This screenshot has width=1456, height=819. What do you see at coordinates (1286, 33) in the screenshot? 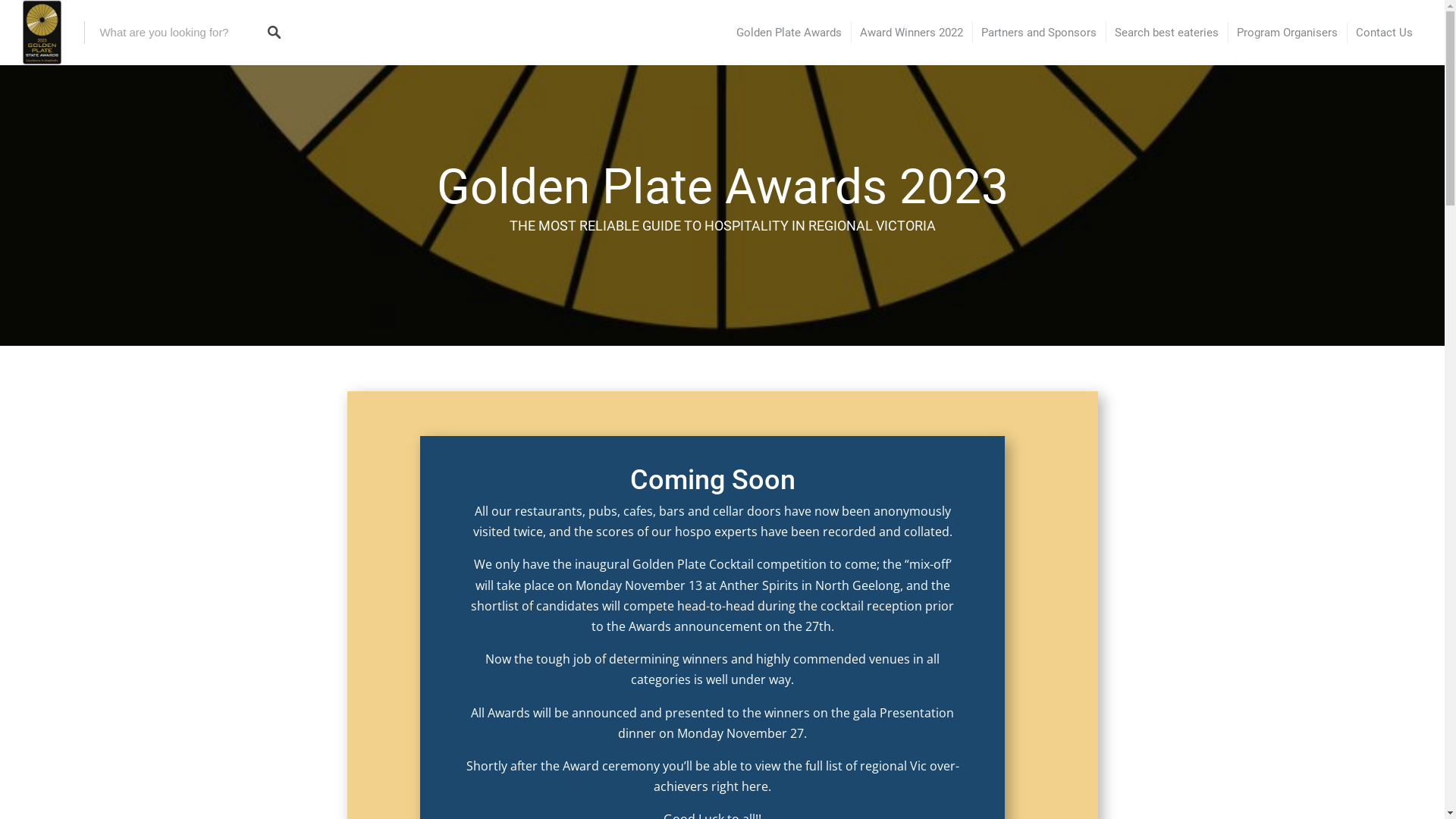
I see `'Program Organisers'` at bounding box center [1286, 33].